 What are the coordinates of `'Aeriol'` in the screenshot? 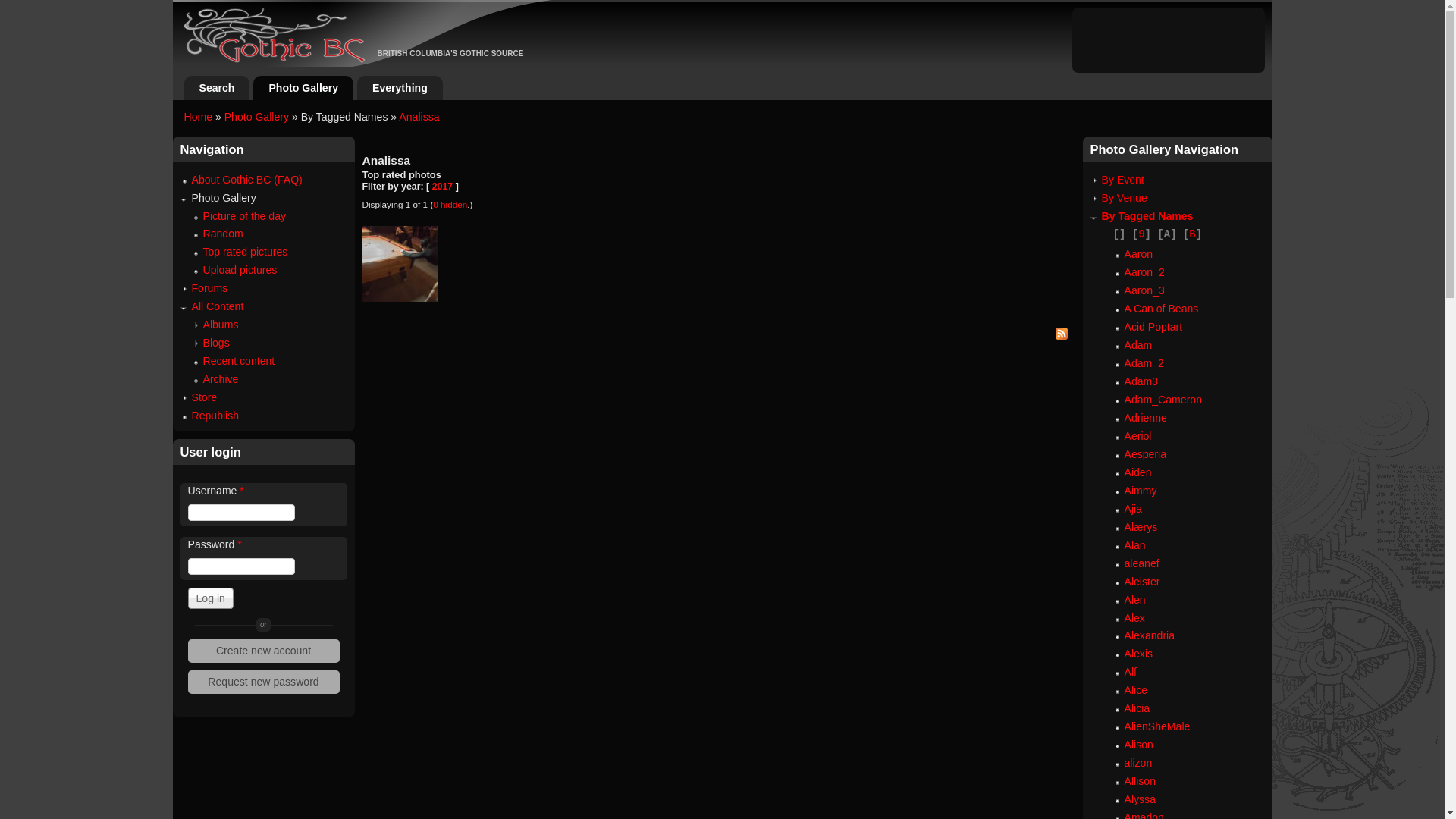 It's located at (1137, 435).